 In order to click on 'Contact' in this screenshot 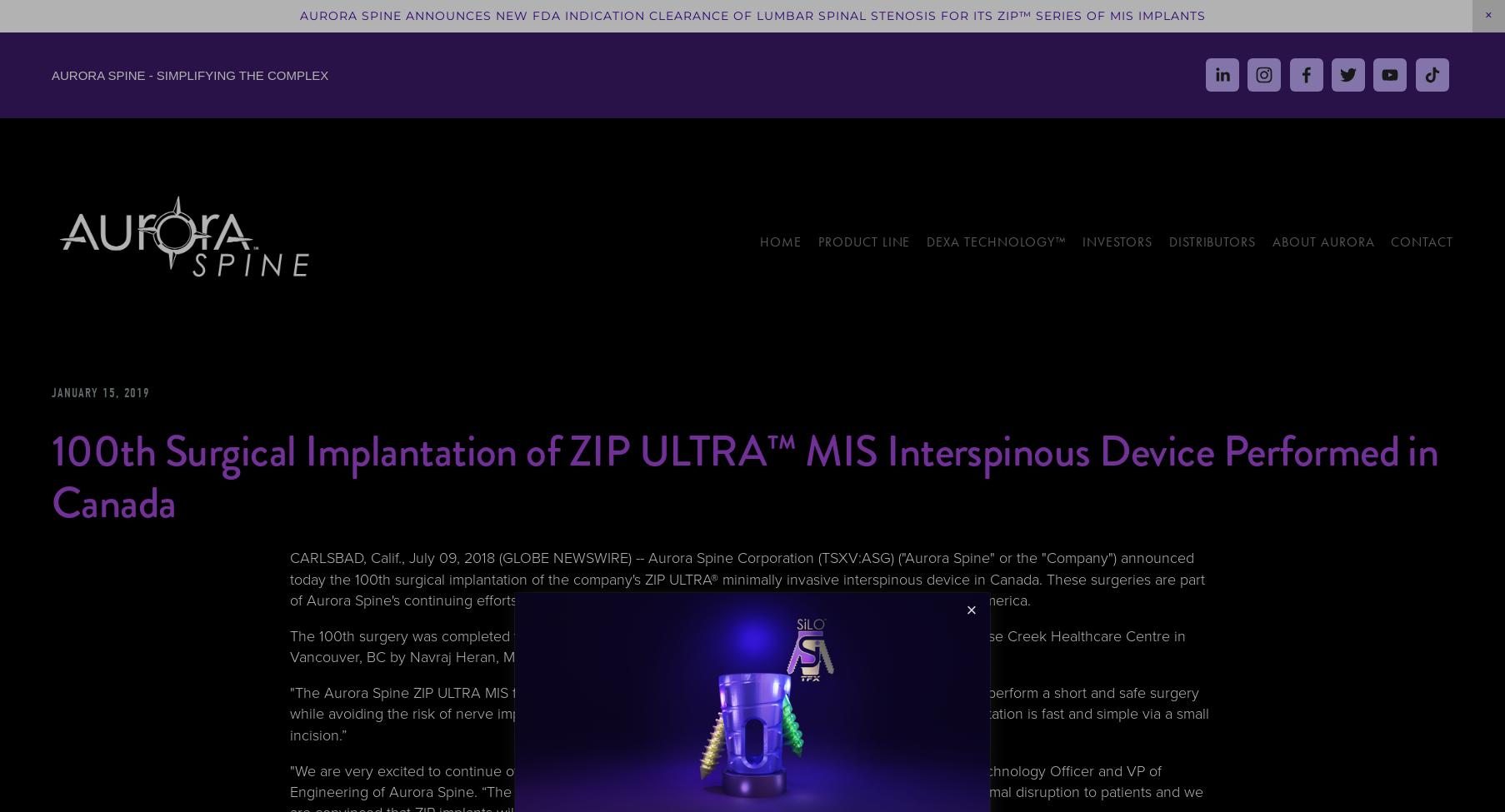, I will do `click(1421, 241)`.